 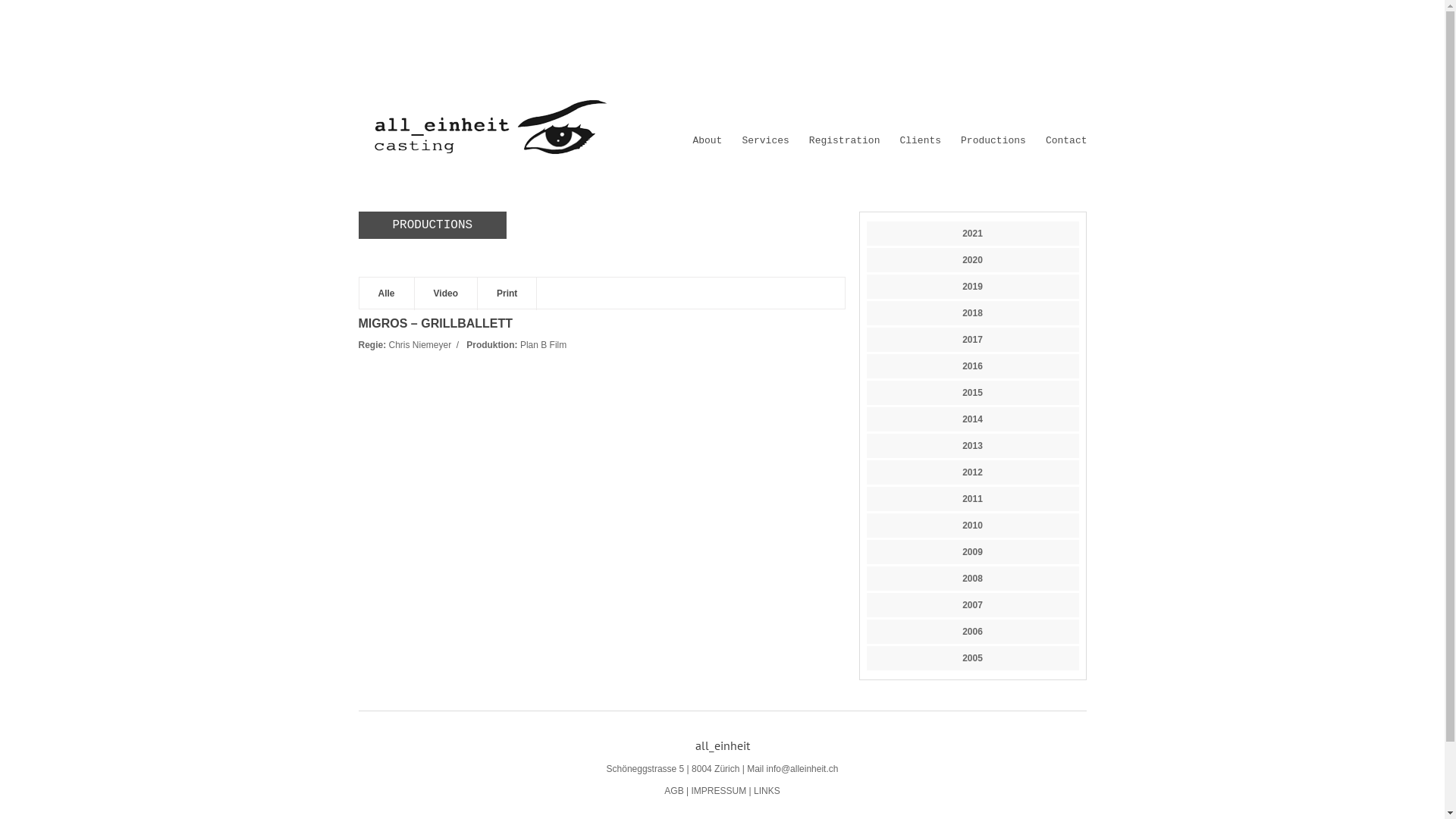 What do you see at coordinates (843, 140) in the screenshot?
I see `'Registration'` at bounding box center [843, 140].